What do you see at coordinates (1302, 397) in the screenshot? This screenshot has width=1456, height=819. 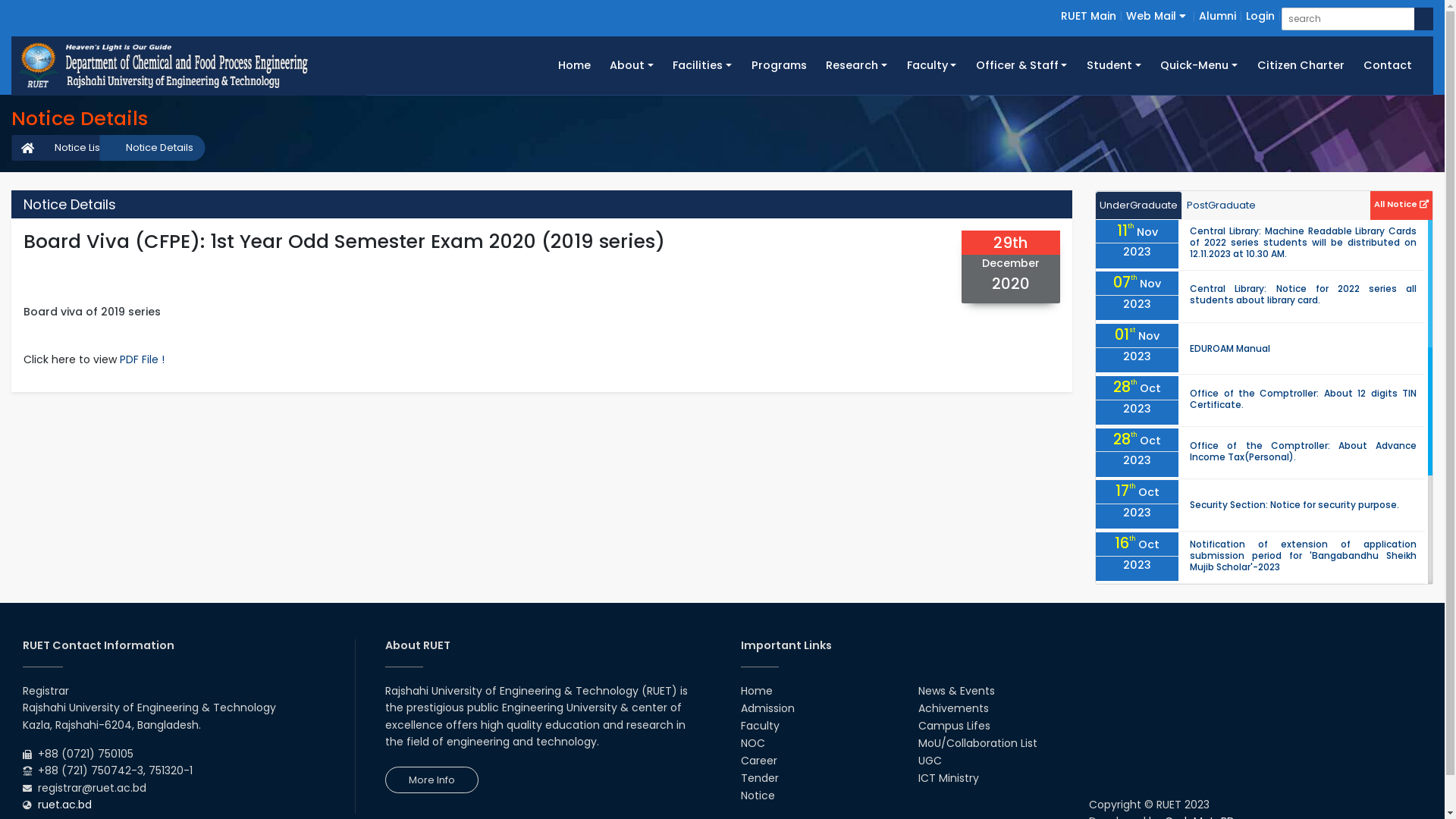 I see `'Office of the Comptroller: About 12 digits TIN Certificate.'` at bounding box center [1302, 397].